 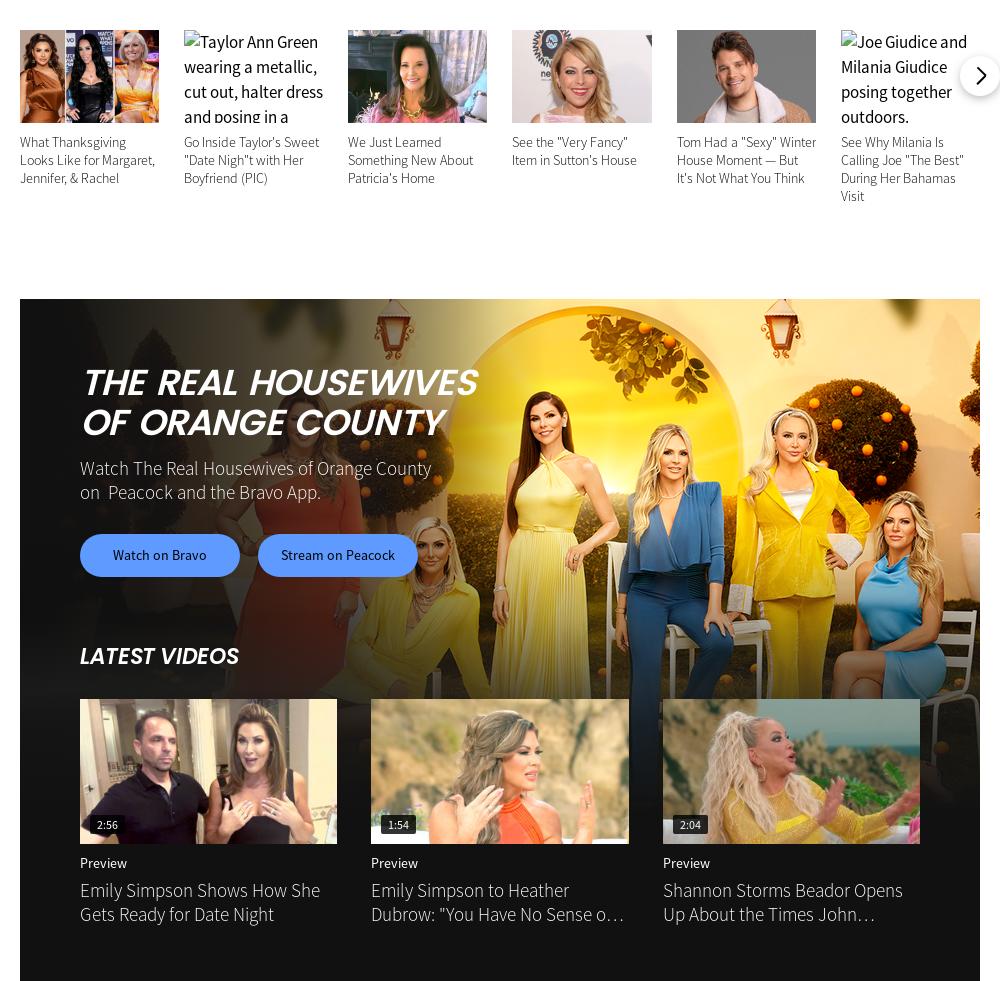 What do you see at coordinates (199, 901) in the screenshot?
I see `'Emily Simpson Shows How She Gets Ready for Date Night'` at bounding box center [199, 901].